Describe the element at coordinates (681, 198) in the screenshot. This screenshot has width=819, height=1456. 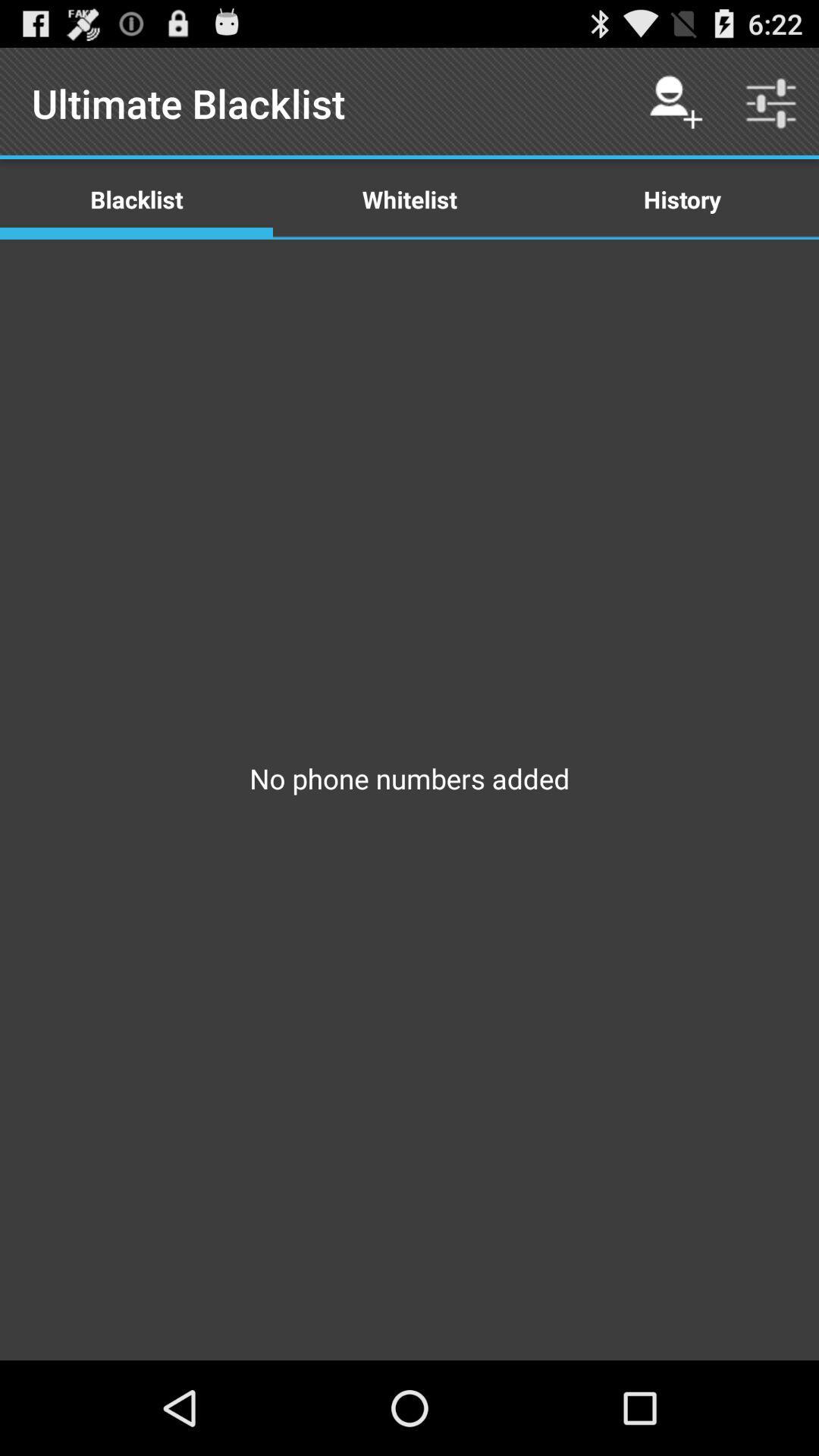
I see `history icon` at that location.